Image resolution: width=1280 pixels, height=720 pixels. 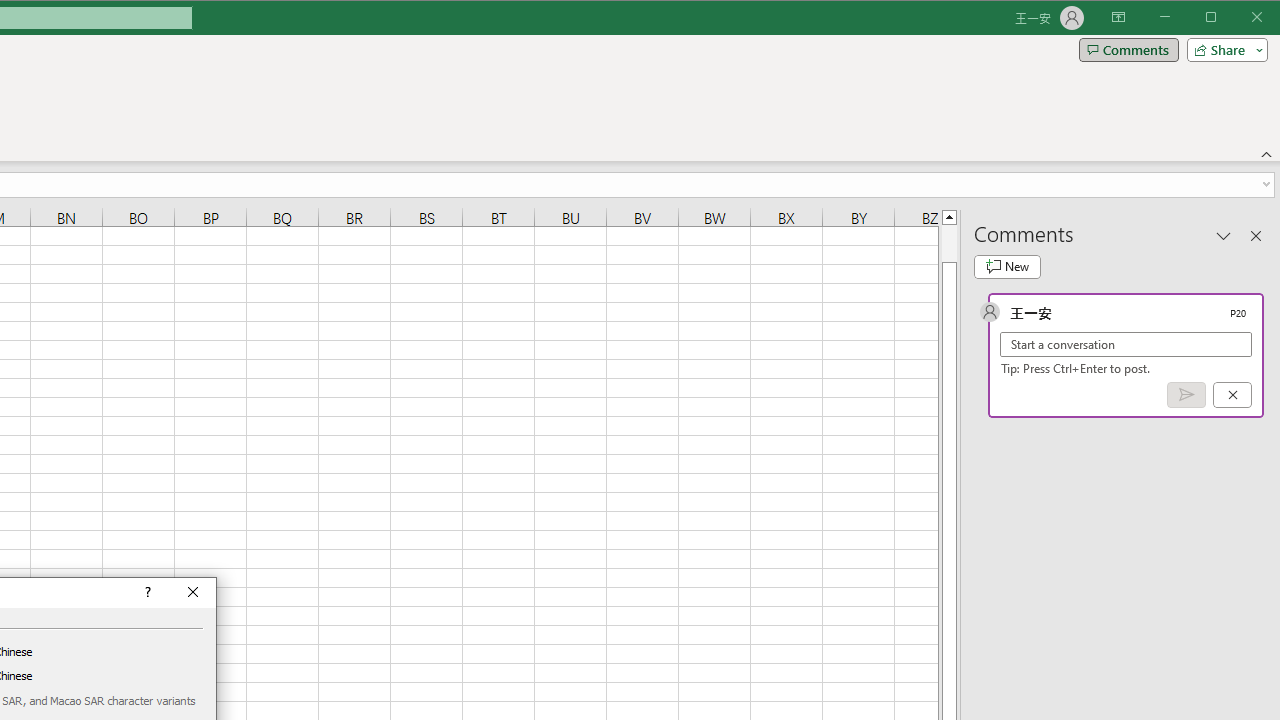 What do you see at coordinates (1255, 234) in the screenshot?
I see `'Close pane'` at bounding box center [1255, 234].